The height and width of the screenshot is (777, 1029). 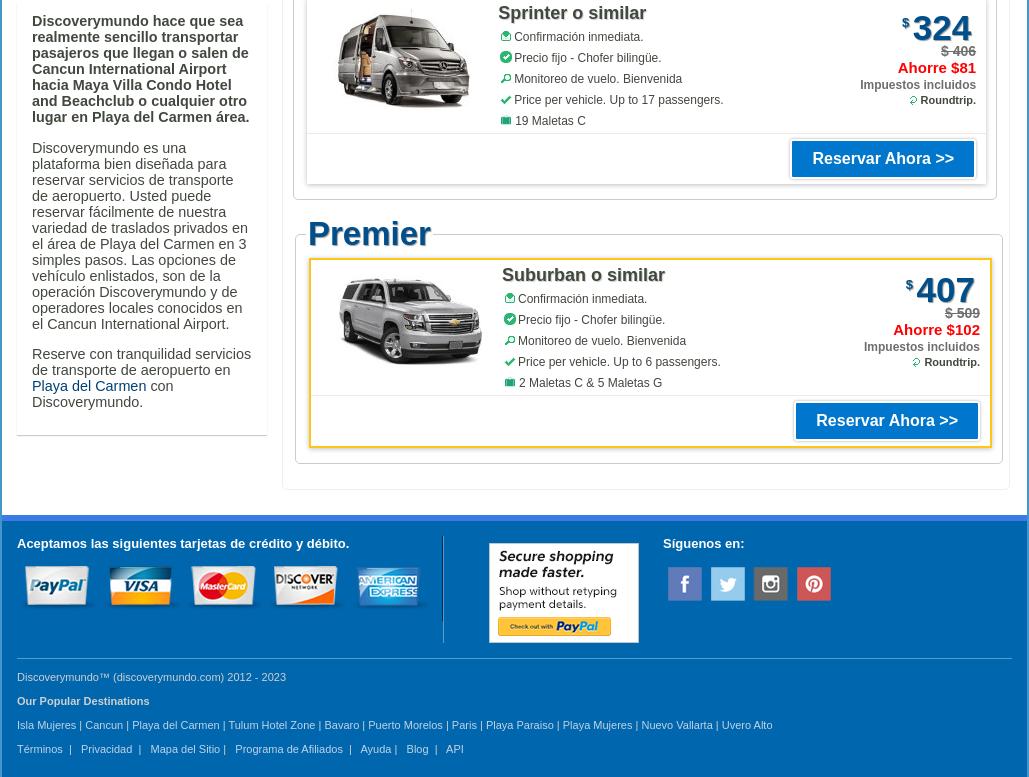 I want to click on 'Discoverymundo™ (discoverymundo.com) 2012 - 2023', so click(x=151, y=677).